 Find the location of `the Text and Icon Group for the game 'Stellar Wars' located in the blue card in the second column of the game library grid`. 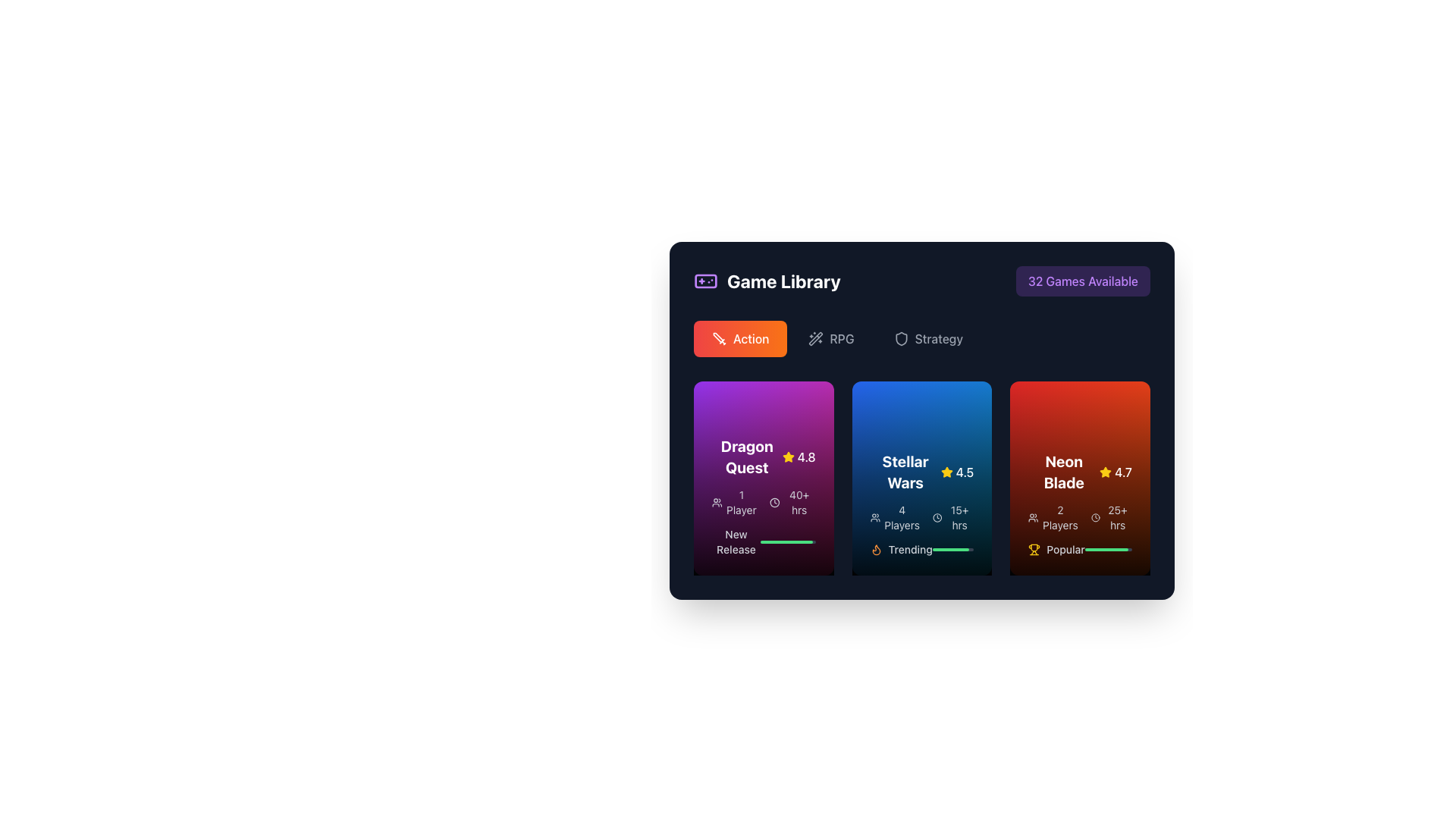

the Text and Icon Group for the game 'Stellar Wars' located in the blue card in the second column of the game library grid is located at coordinates (921, 472).